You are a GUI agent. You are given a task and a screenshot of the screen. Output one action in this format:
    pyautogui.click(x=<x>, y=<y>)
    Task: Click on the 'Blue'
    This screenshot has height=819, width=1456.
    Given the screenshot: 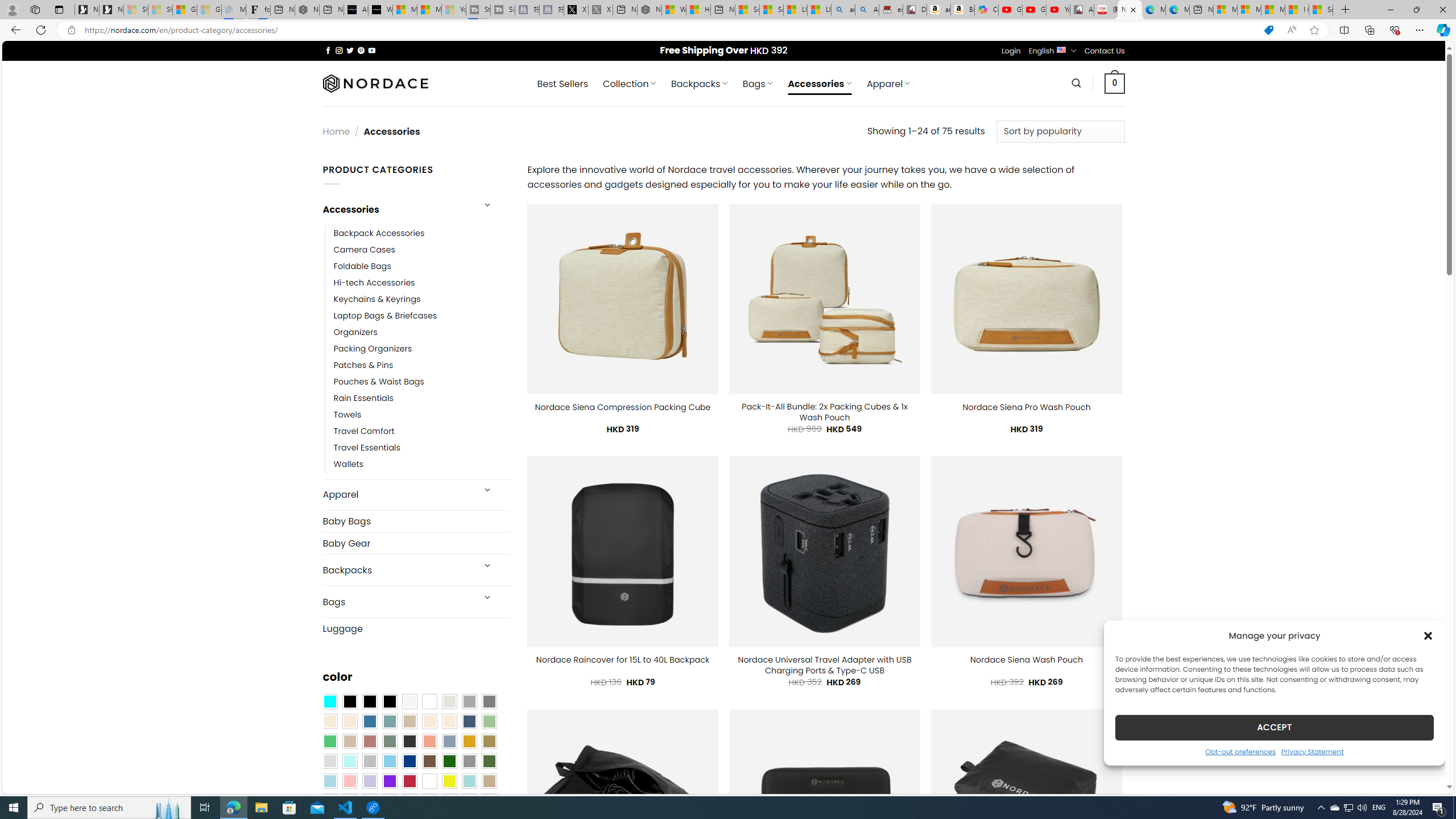 What is the action you would take?
    pyautogui.click(x=369, y=721)
    